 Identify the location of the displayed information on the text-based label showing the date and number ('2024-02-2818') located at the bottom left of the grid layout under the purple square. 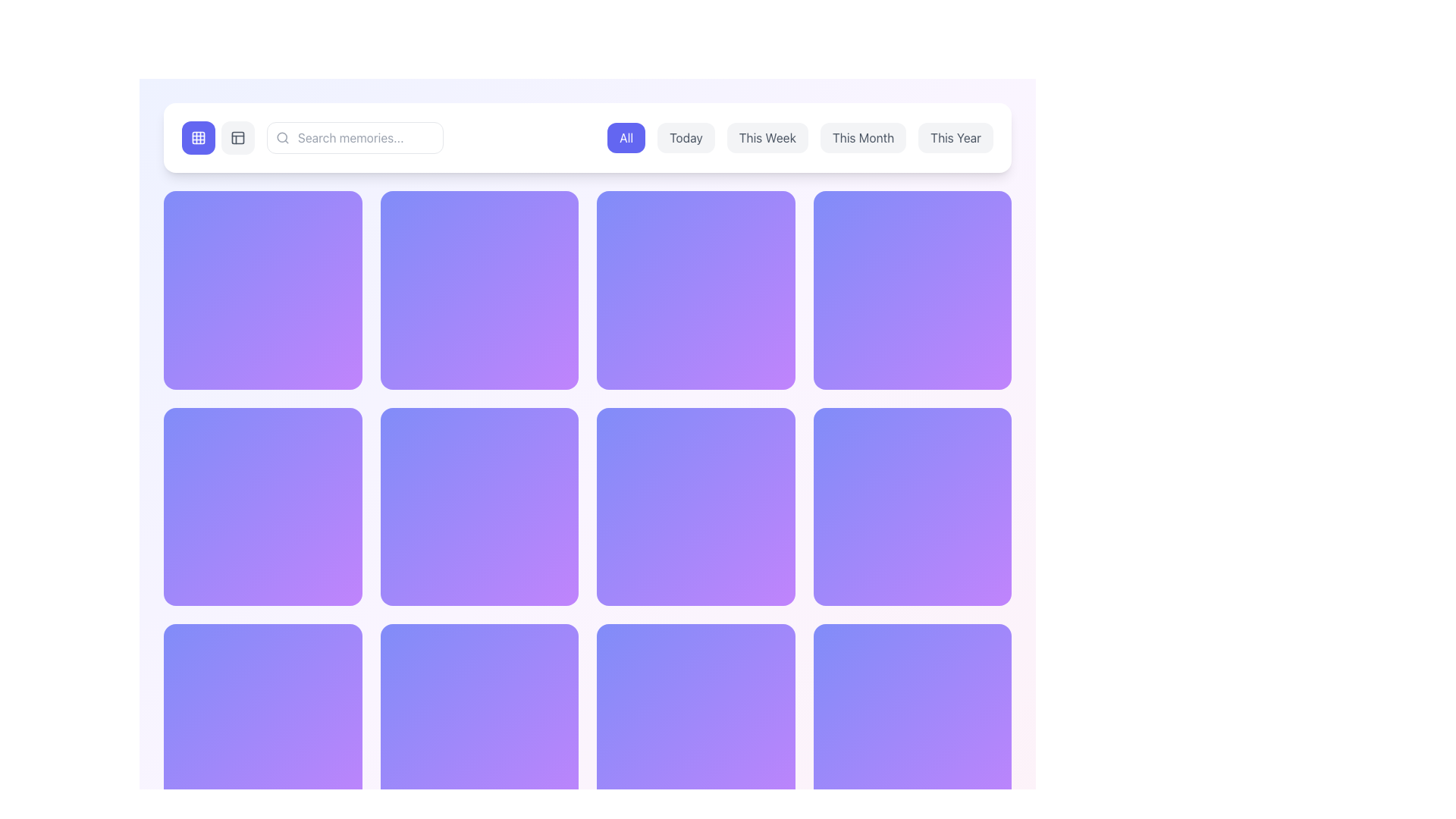
(430, 792).